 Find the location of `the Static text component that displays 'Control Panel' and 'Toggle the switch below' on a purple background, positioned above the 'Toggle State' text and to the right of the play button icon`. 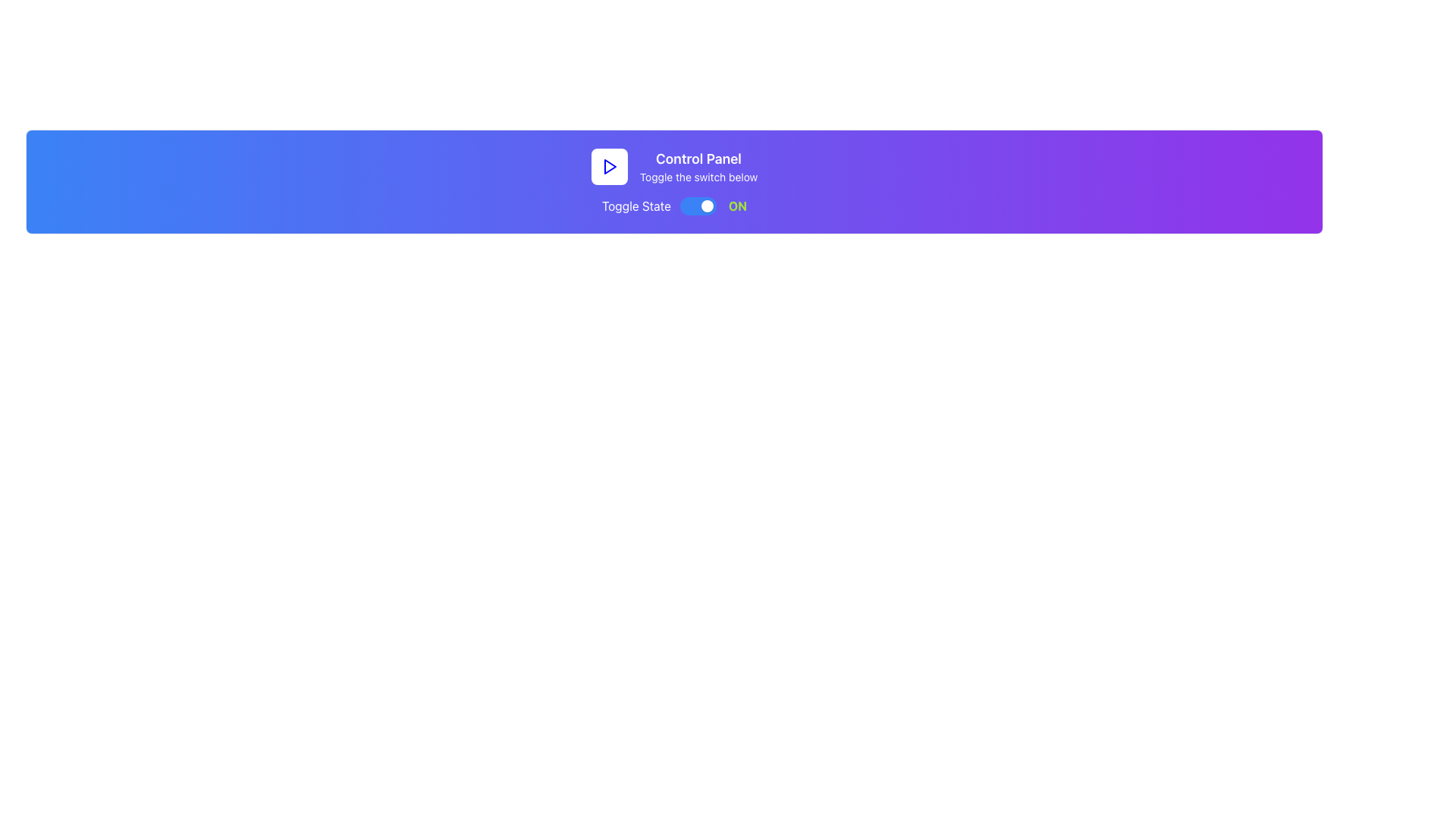

the Static text component that displays 'Control Panel' and 'Toggle the switch below' on a purple background, positioned above the 'Toggle State' text and to the right of the play button icon is located at coordinates (698, 166).